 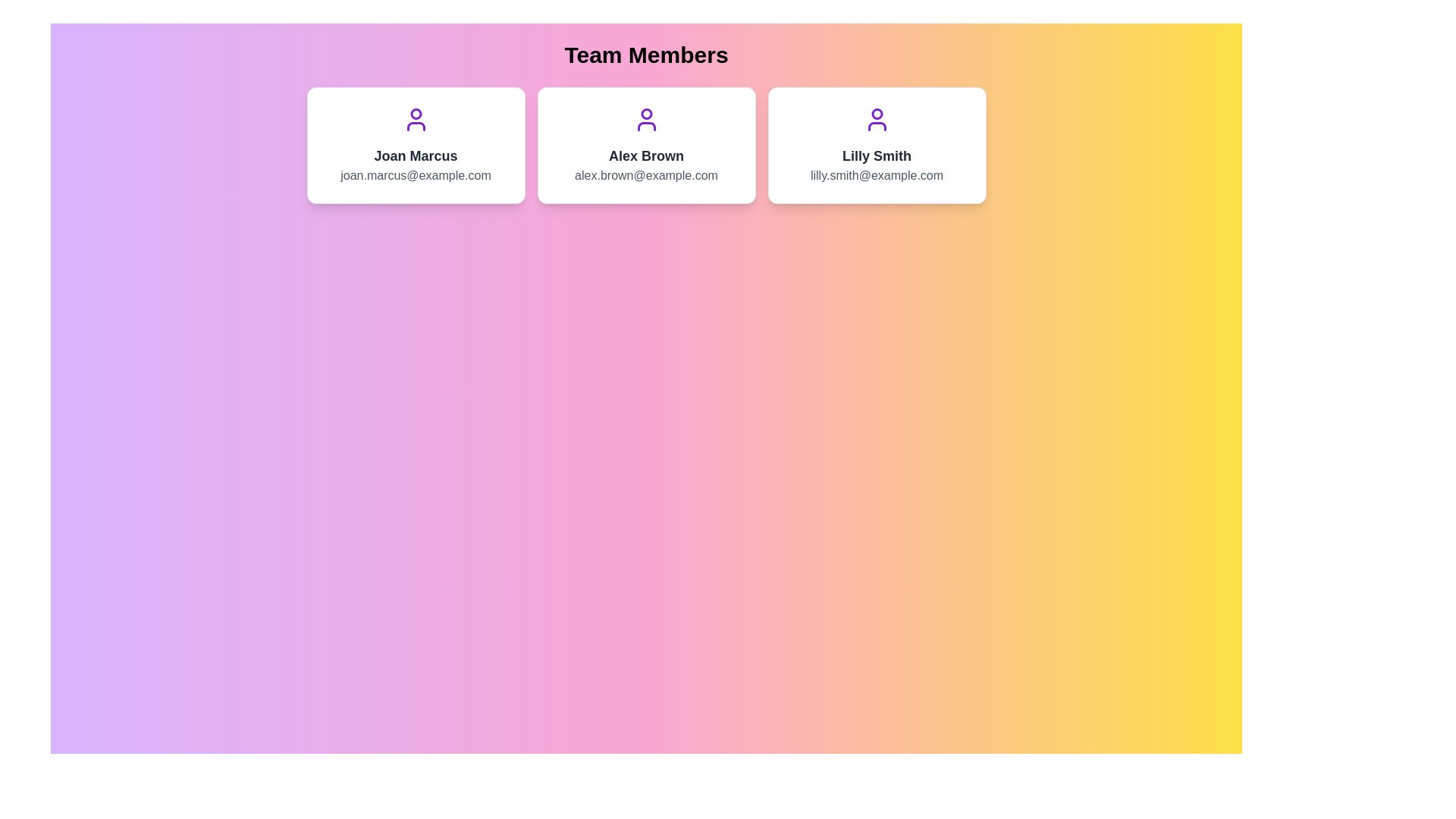 What do you see at coordinates (646, 119) in the screenshot?
I see `the user icon styled in a purple hue, which represents a general user profile image, located centrally within the card labeled 'Alex Brown'` at bounding box center [646, 119].